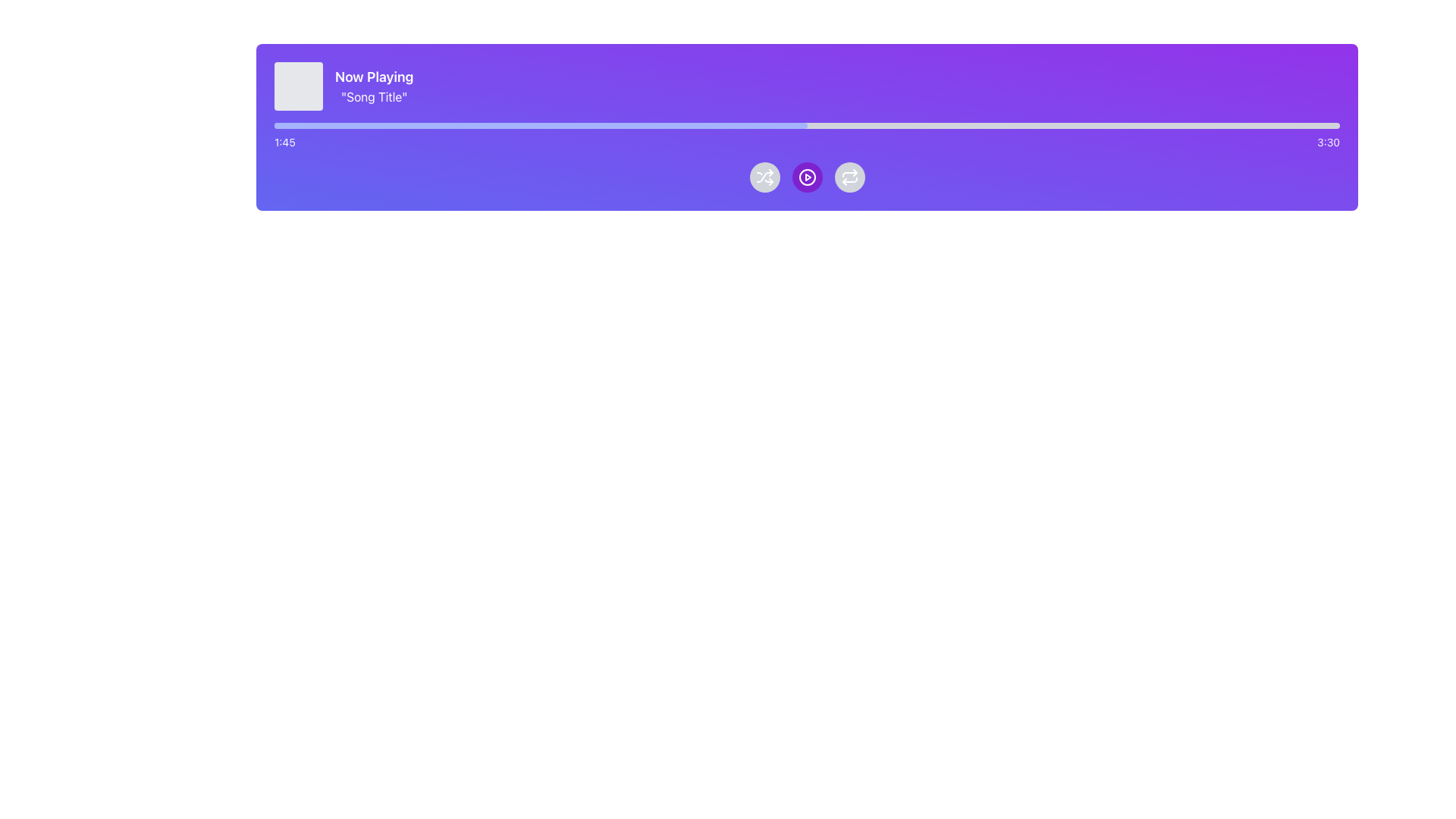  What do you see at coordinates (374, 77) in the screenshot?
I see `properties of the Text Label displaying 'Now Playing', which is bold, larger, and aligned to the left against a purple background` at bounding box center [374, 77].